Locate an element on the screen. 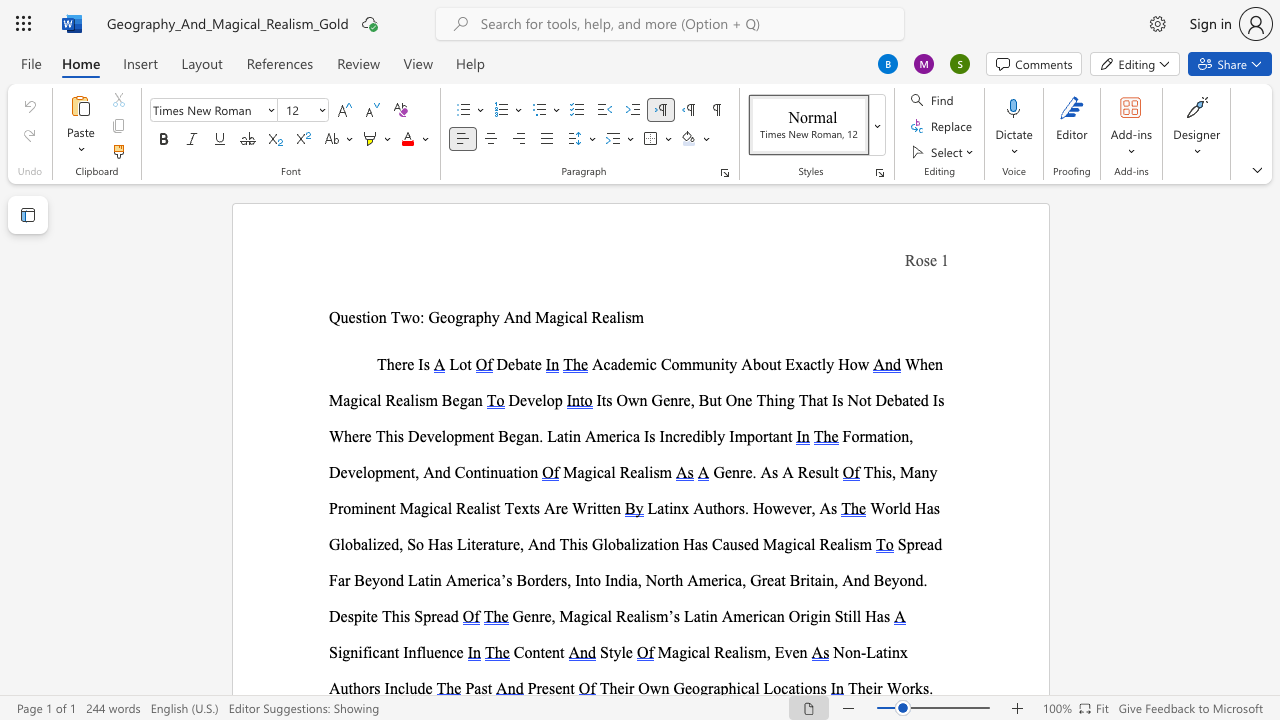  the 1th character "t" in the text is located at coordinates (397, 652).